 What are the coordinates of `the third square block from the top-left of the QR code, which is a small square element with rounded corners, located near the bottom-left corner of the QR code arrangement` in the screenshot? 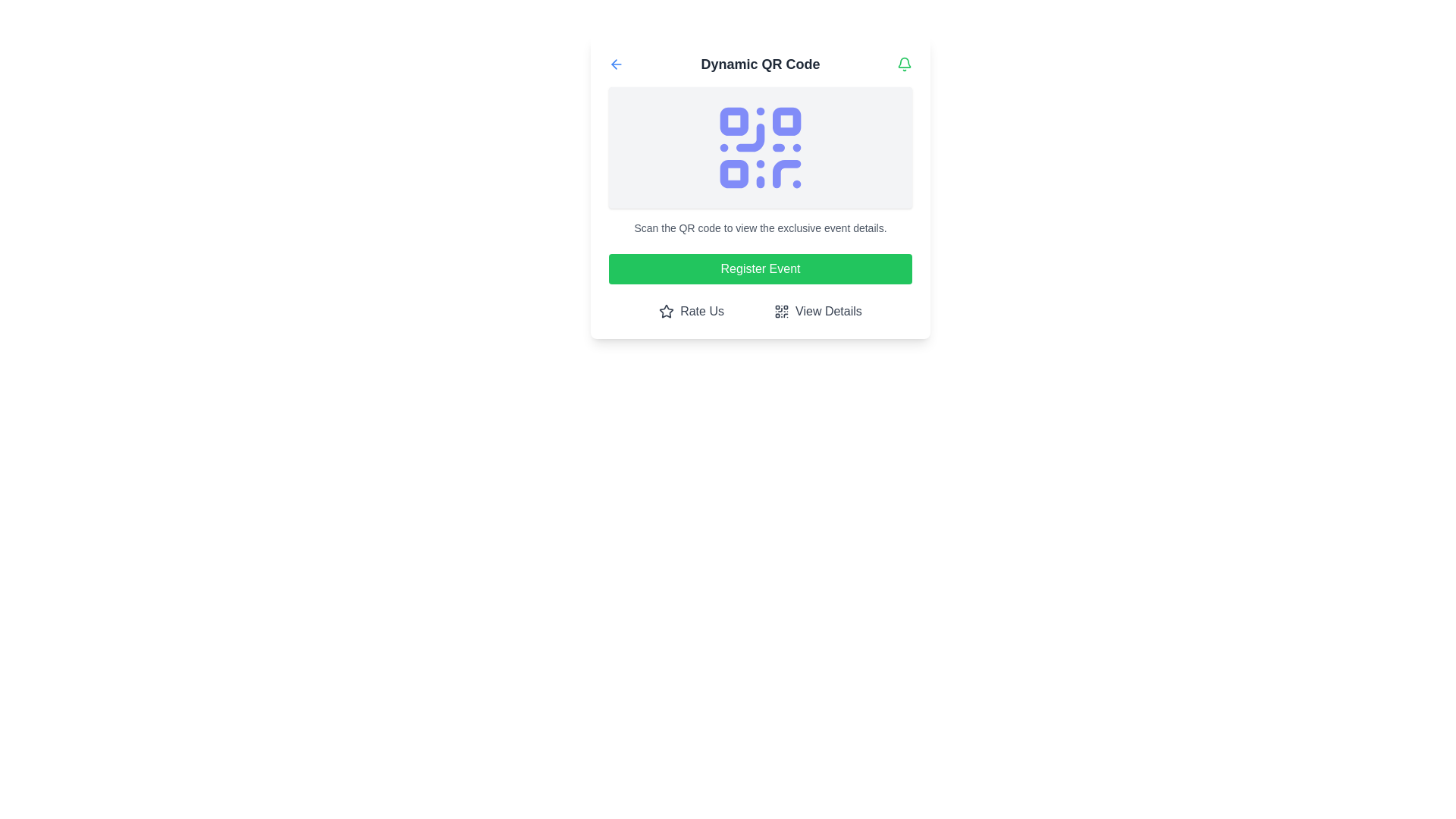 It's located at (734, 173).